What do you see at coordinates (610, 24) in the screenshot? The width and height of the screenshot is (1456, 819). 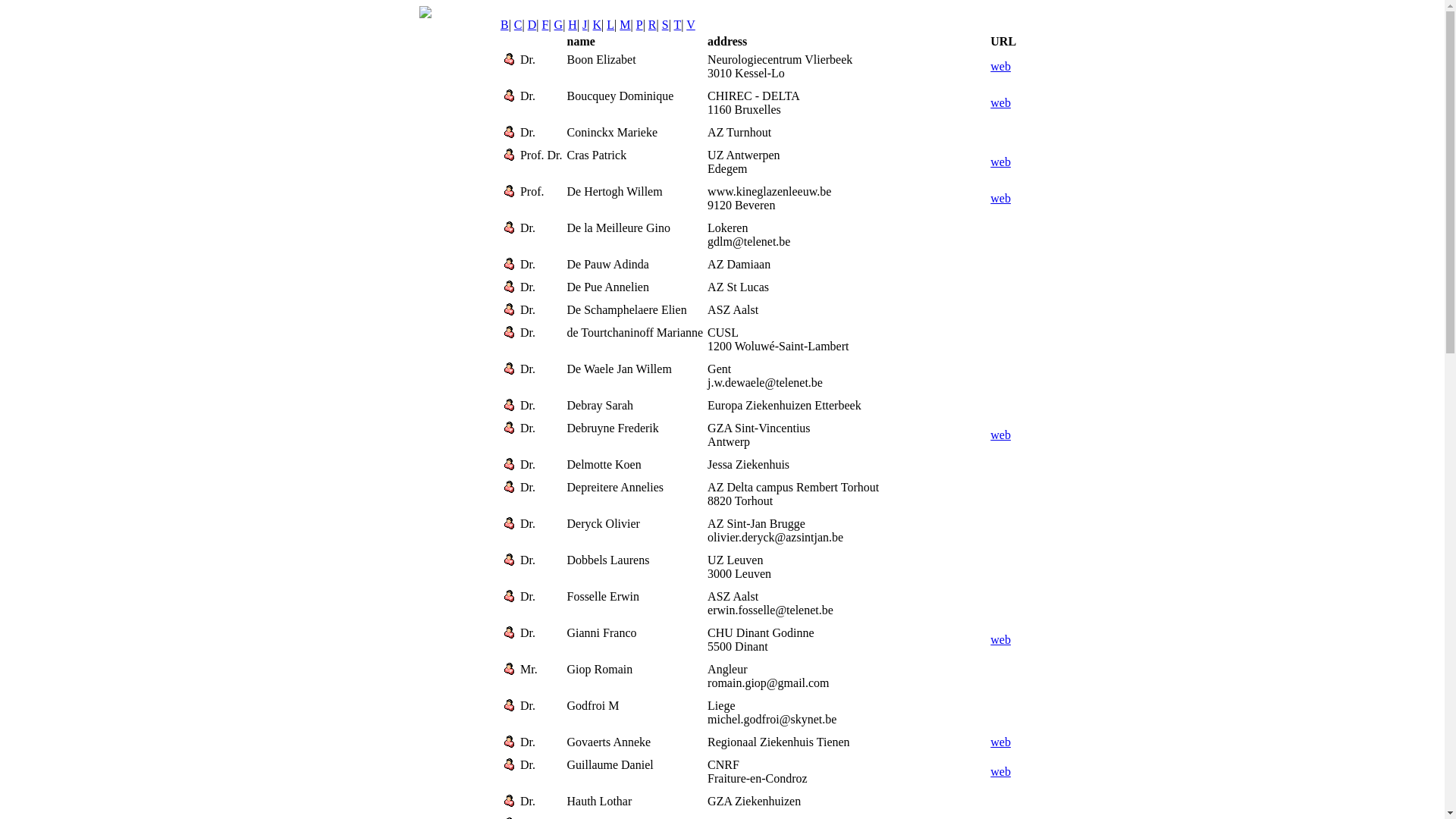 I see `'L'` at bounding box center [610, 24].